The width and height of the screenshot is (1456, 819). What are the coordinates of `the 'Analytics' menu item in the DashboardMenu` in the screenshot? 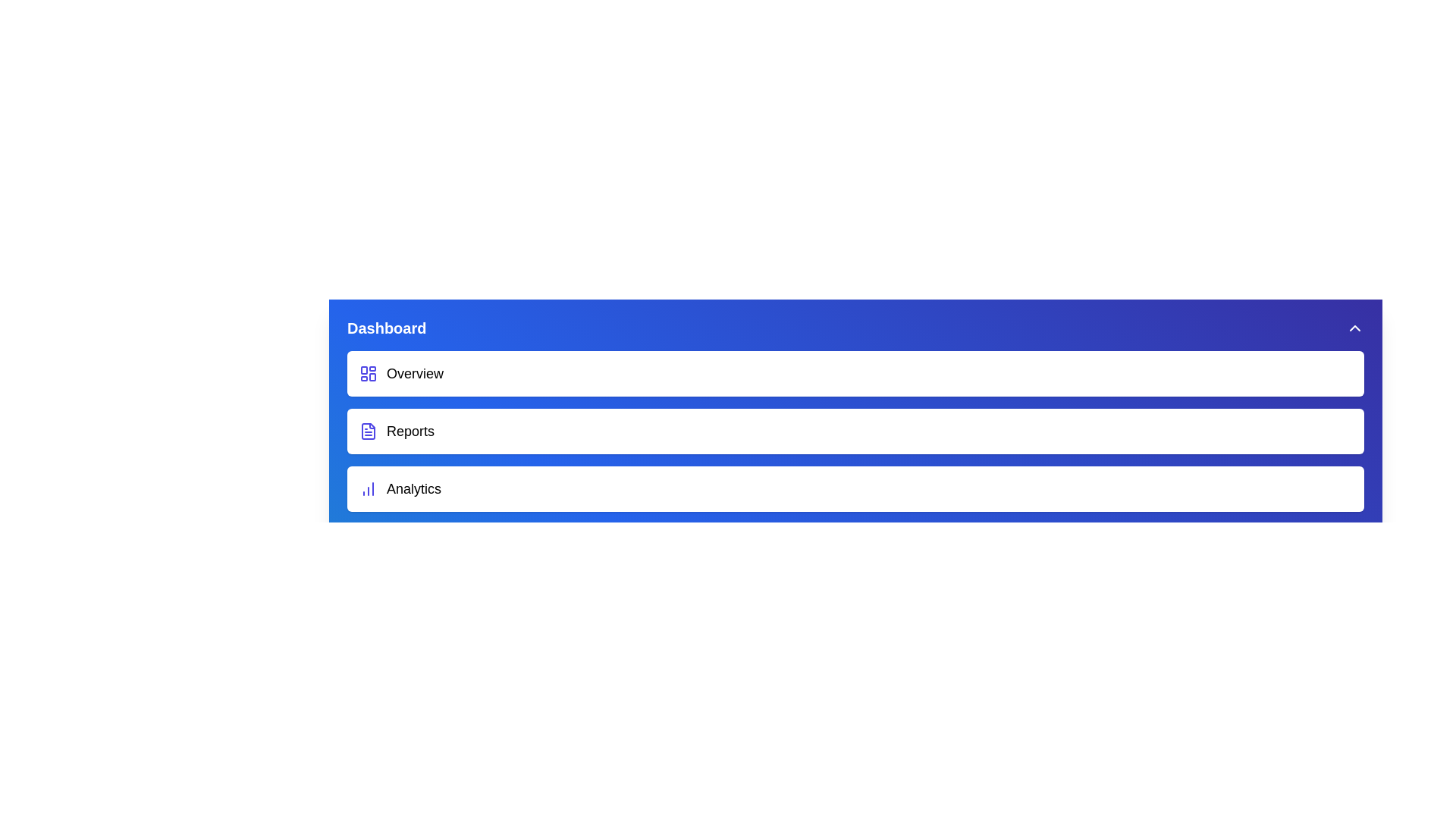 It's located at (855, 488).